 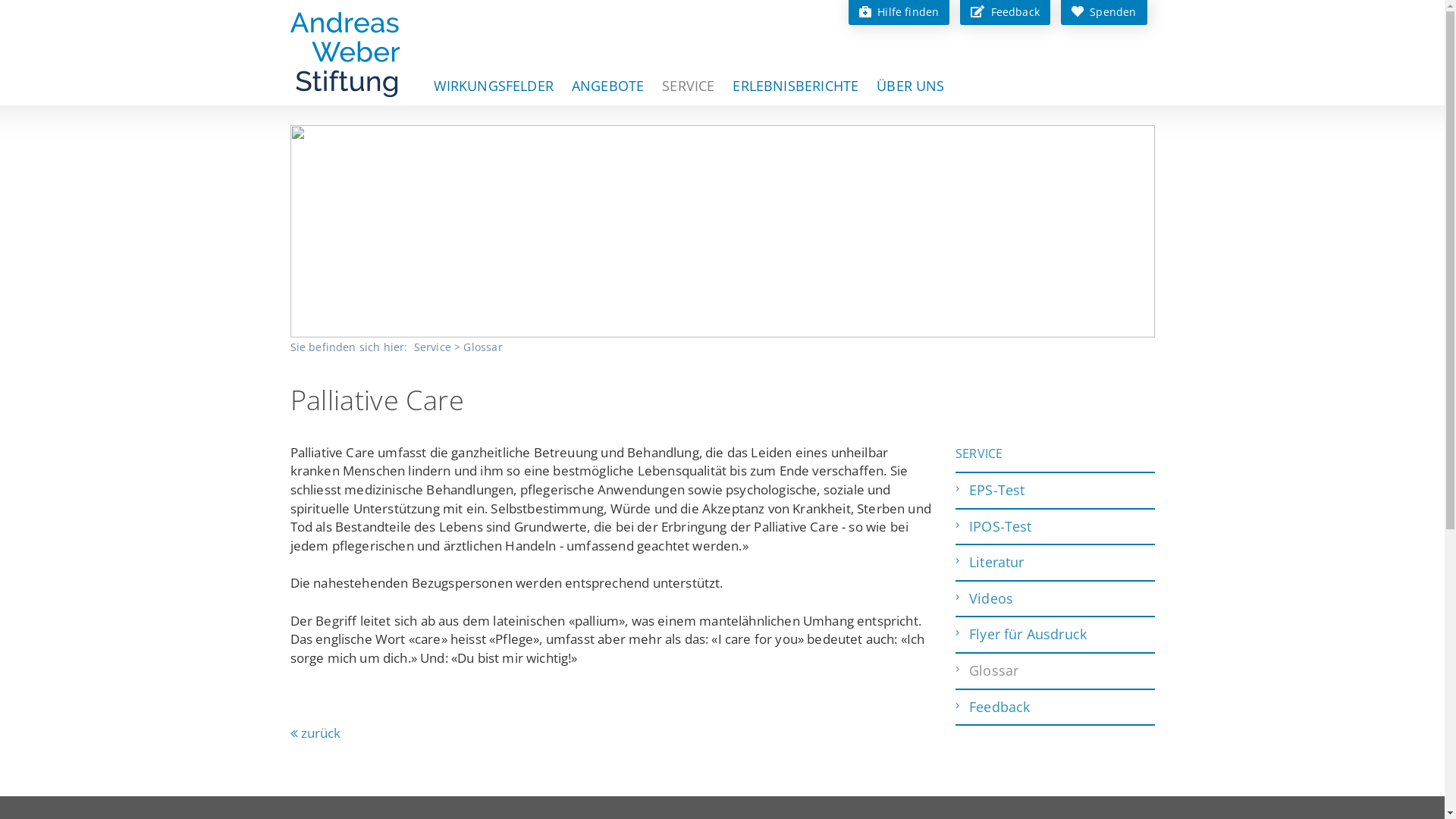 What do you see at coordinates (1103, 11) in the screenshot?
I see `'Spenden'` at bounding box center [1103, 11].